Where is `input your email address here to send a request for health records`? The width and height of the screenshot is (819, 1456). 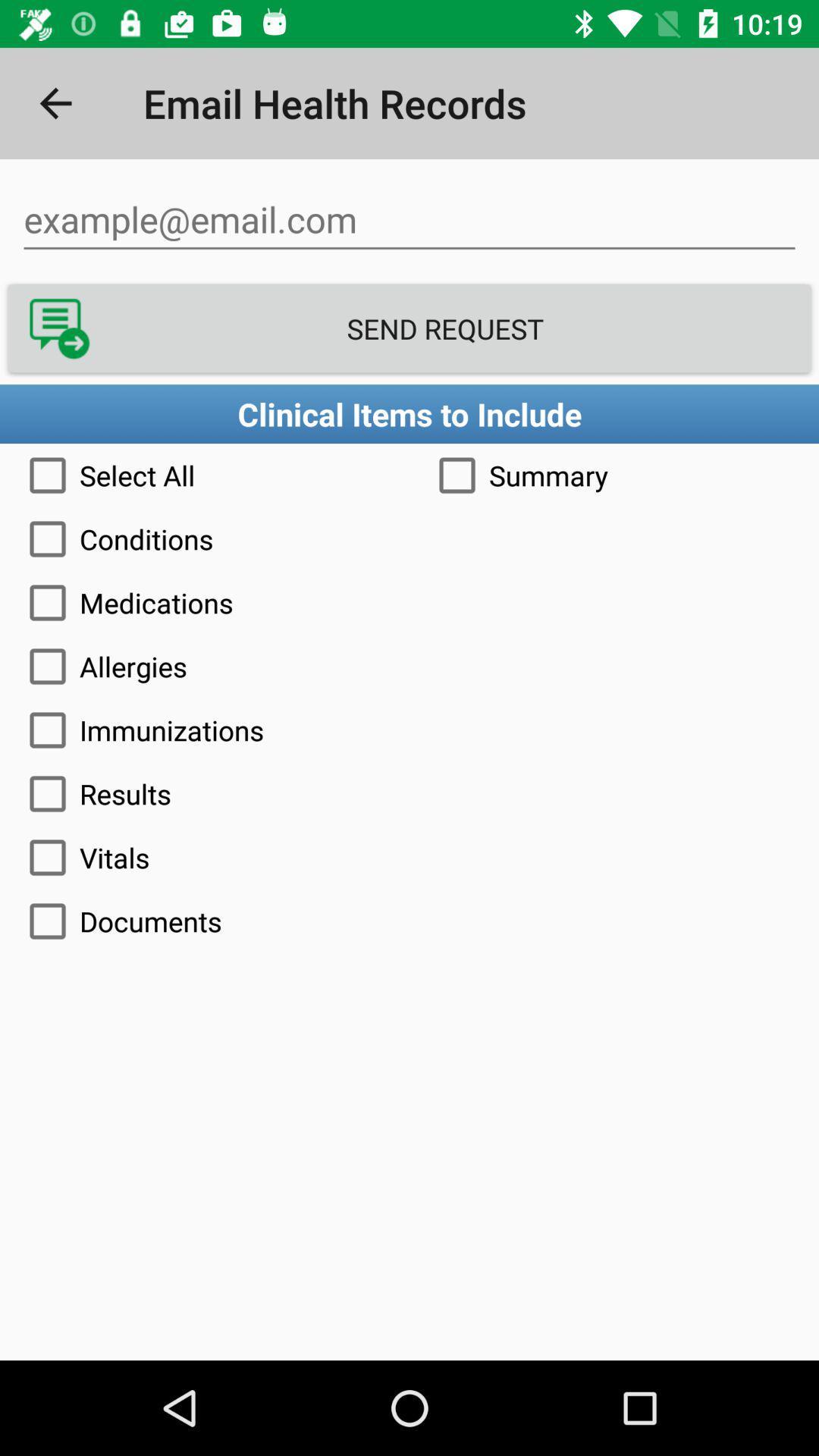
input your email address here to send a request for health records is located at coordinates (409, 219).